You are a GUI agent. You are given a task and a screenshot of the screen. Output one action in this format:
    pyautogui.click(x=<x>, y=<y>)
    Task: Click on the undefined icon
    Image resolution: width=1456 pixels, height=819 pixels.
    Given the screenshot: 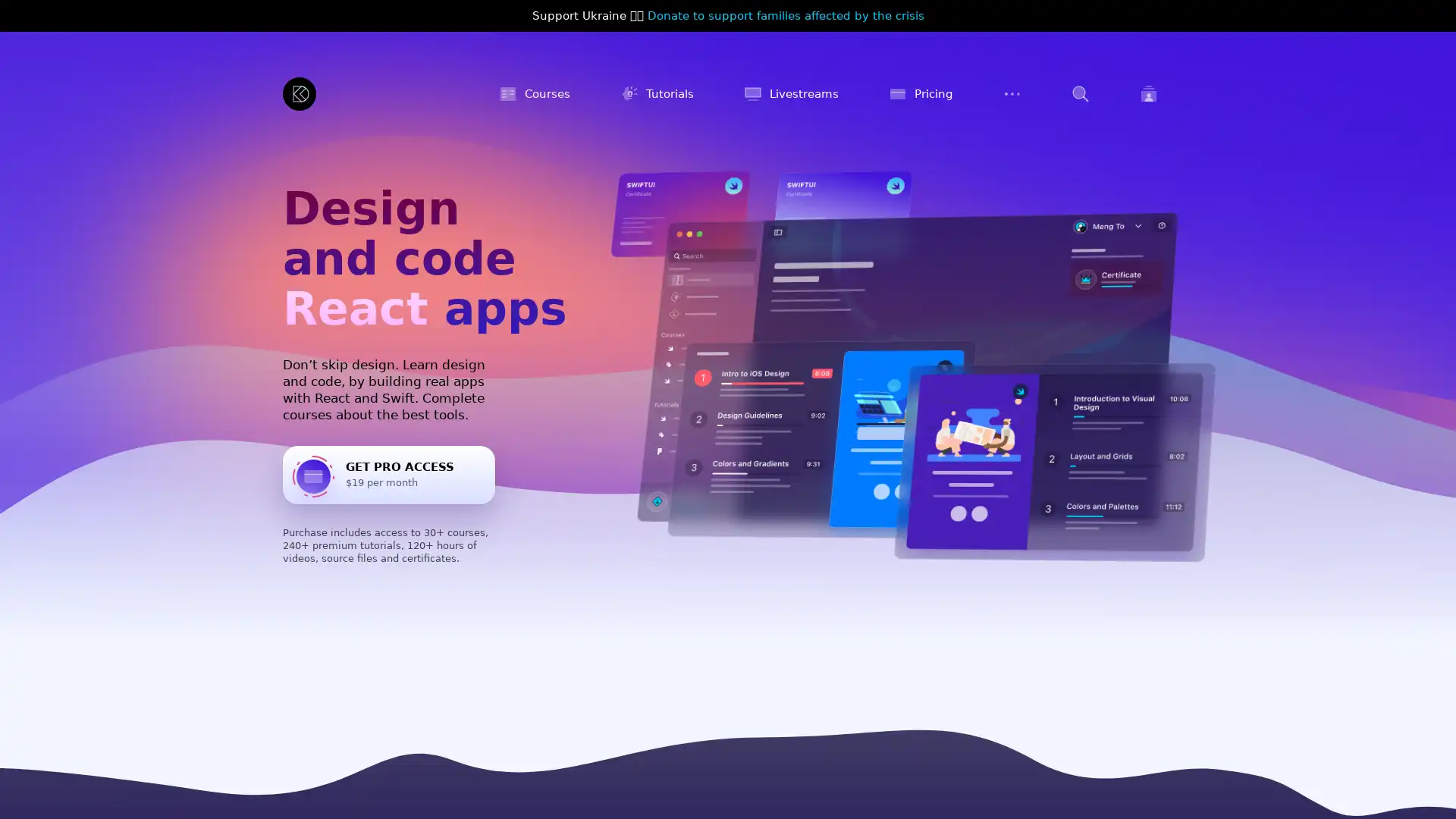 What is the action you would take?
    pyautogui.click(x=1012, y=93)
    